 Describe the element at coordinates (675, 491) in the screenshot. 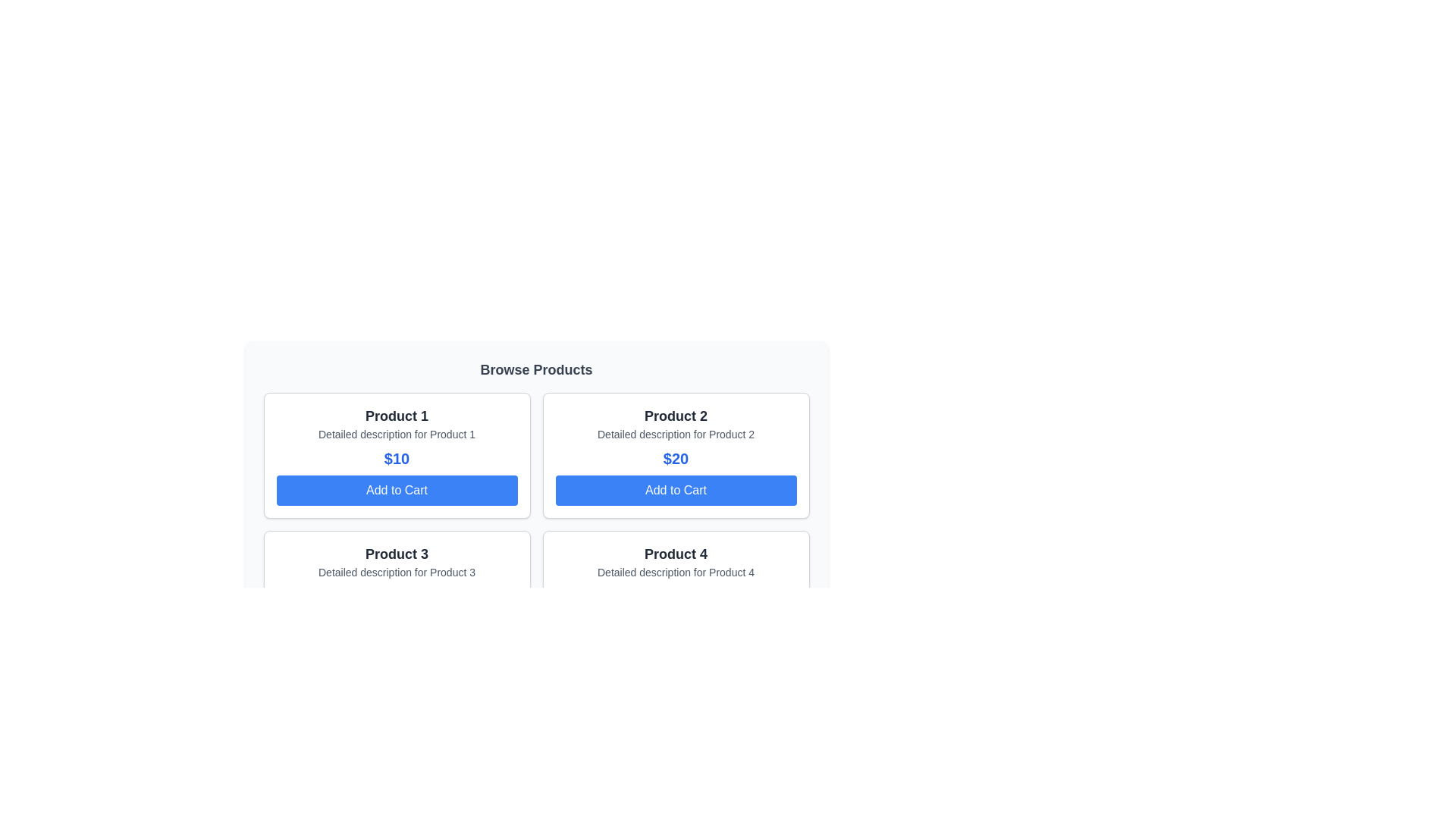

I see `the 'Add to Cart' button for 'Product 2' located at the bottom of the second column in the first row of the product card grid` at that location.